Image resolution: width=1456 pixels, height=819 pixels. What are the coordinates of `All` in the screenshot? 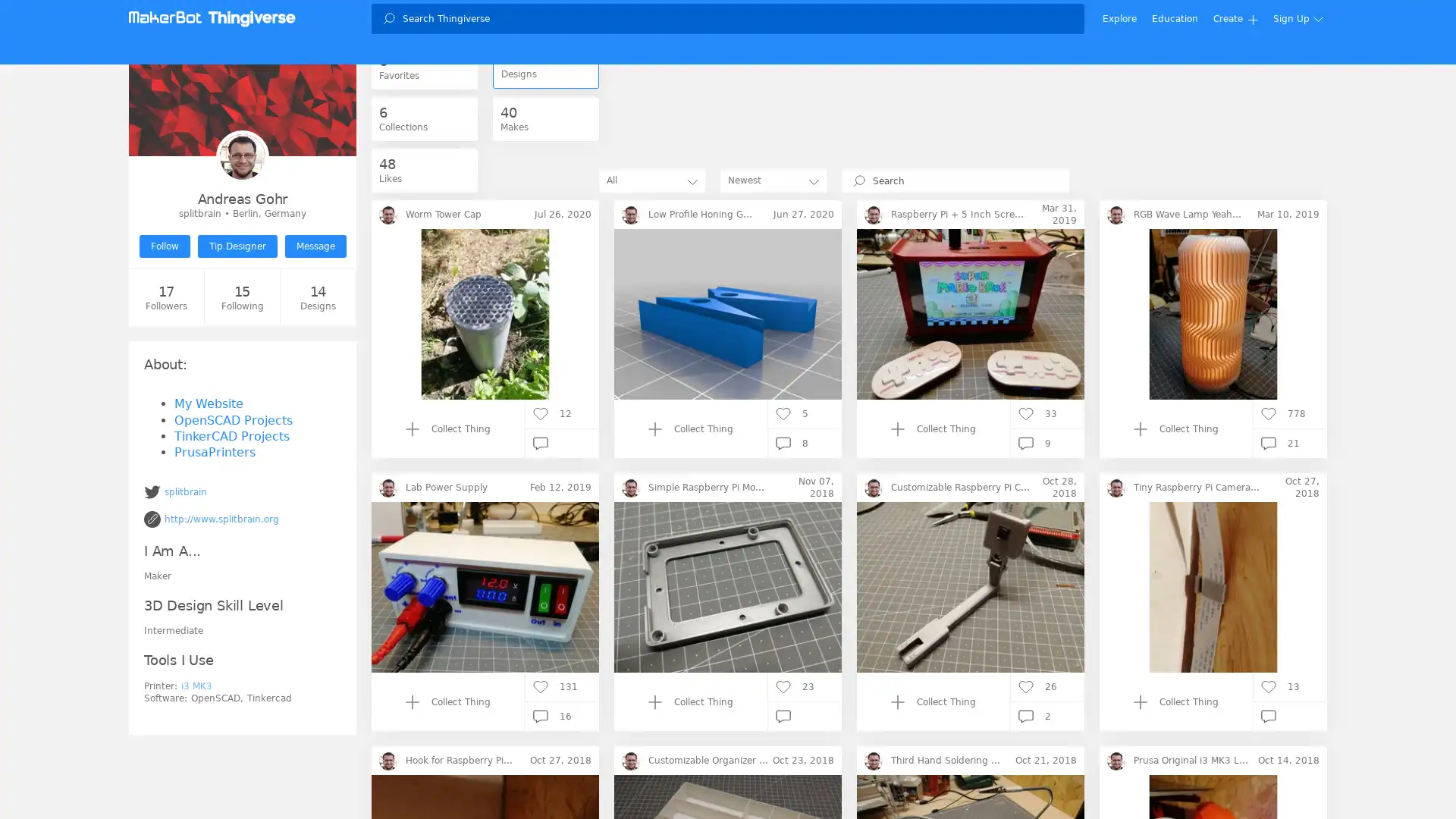 It's located at (651, 180).